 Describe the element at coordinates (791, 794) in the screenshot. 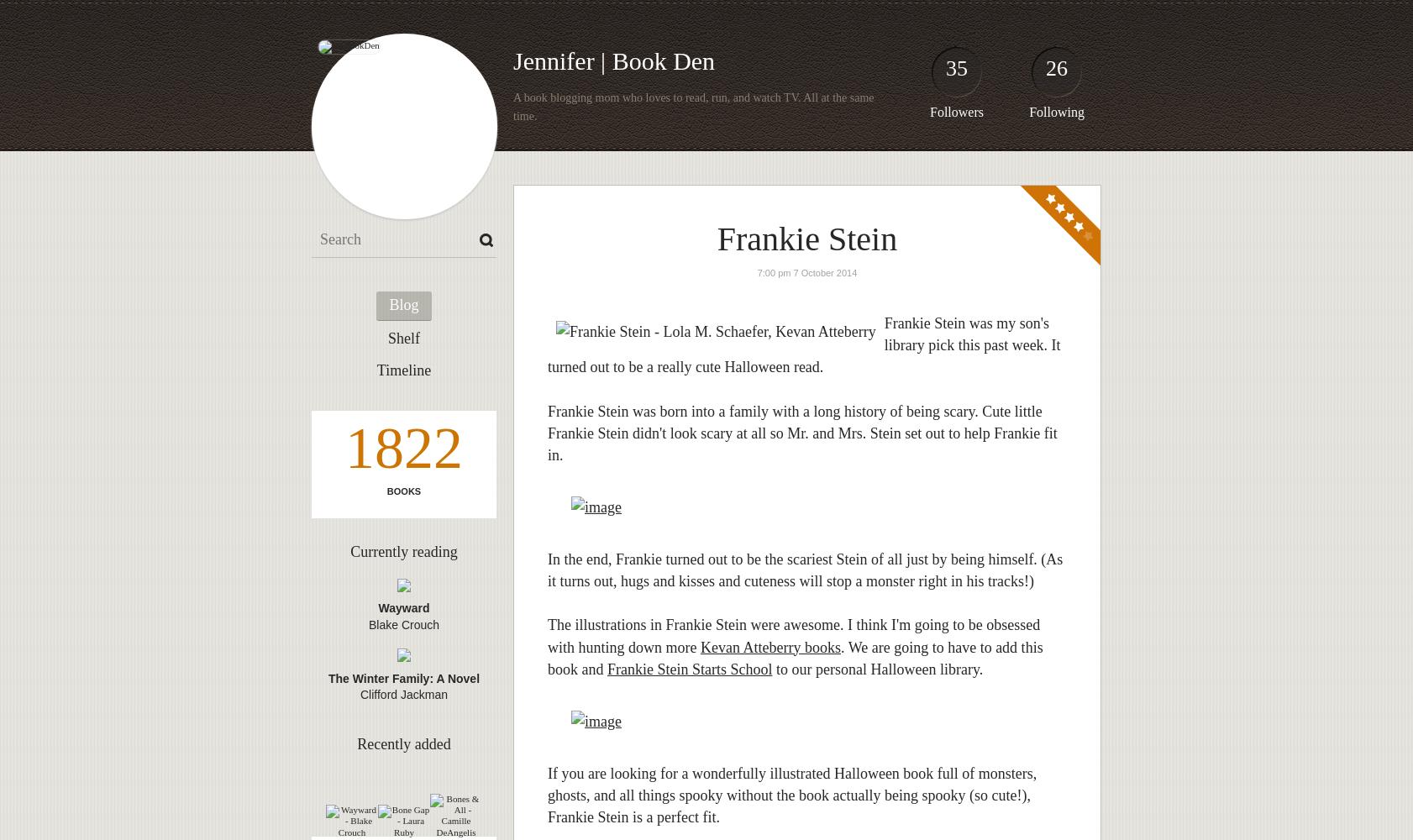

I see `'If you are looking for a wonderfully illustrated Halloween book full of monsters, ghosts, and all things spooky without the book actually being spooky (so cute!), Frankie Stein is a perfect fit.'` at that location.